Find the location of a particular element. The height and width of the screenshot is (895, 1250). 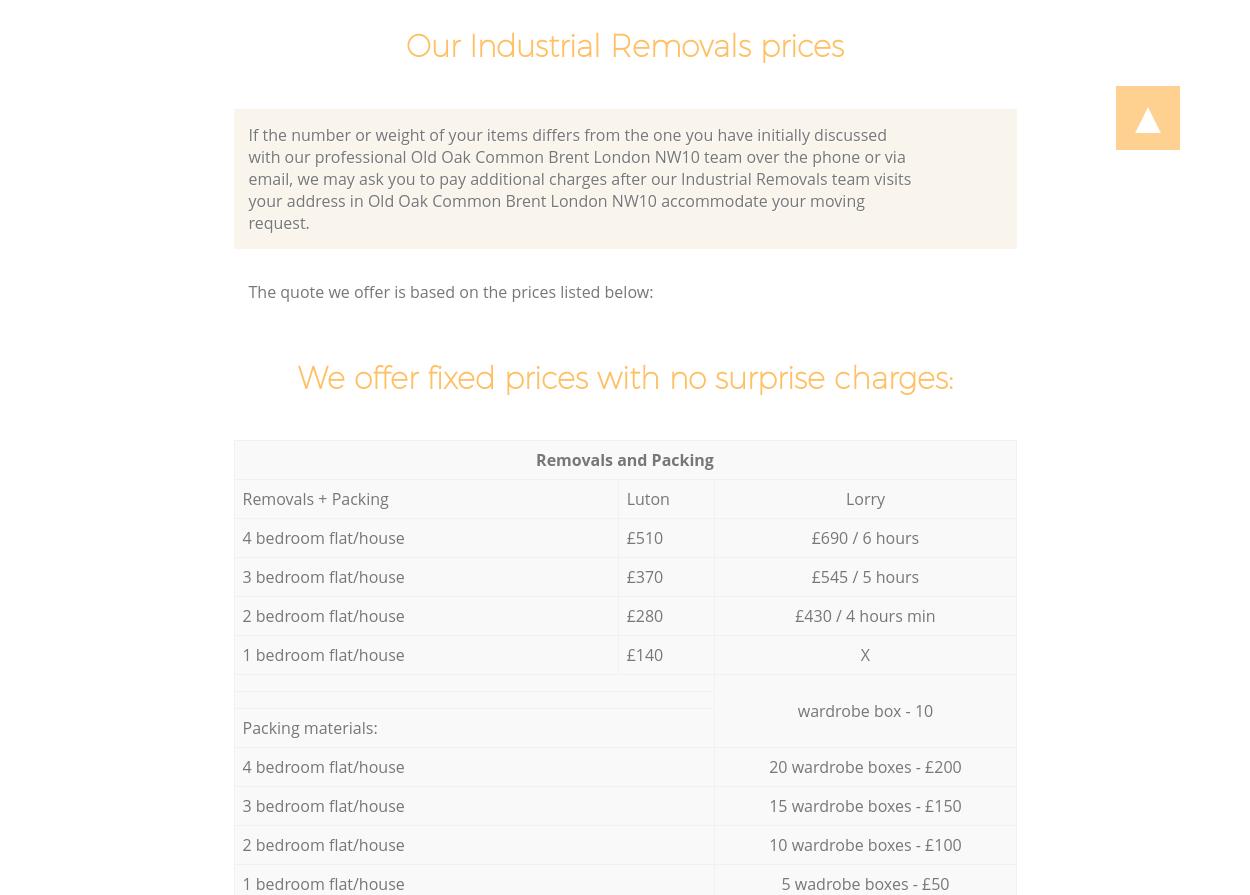

'£280' is located at coordinates (644, 615).